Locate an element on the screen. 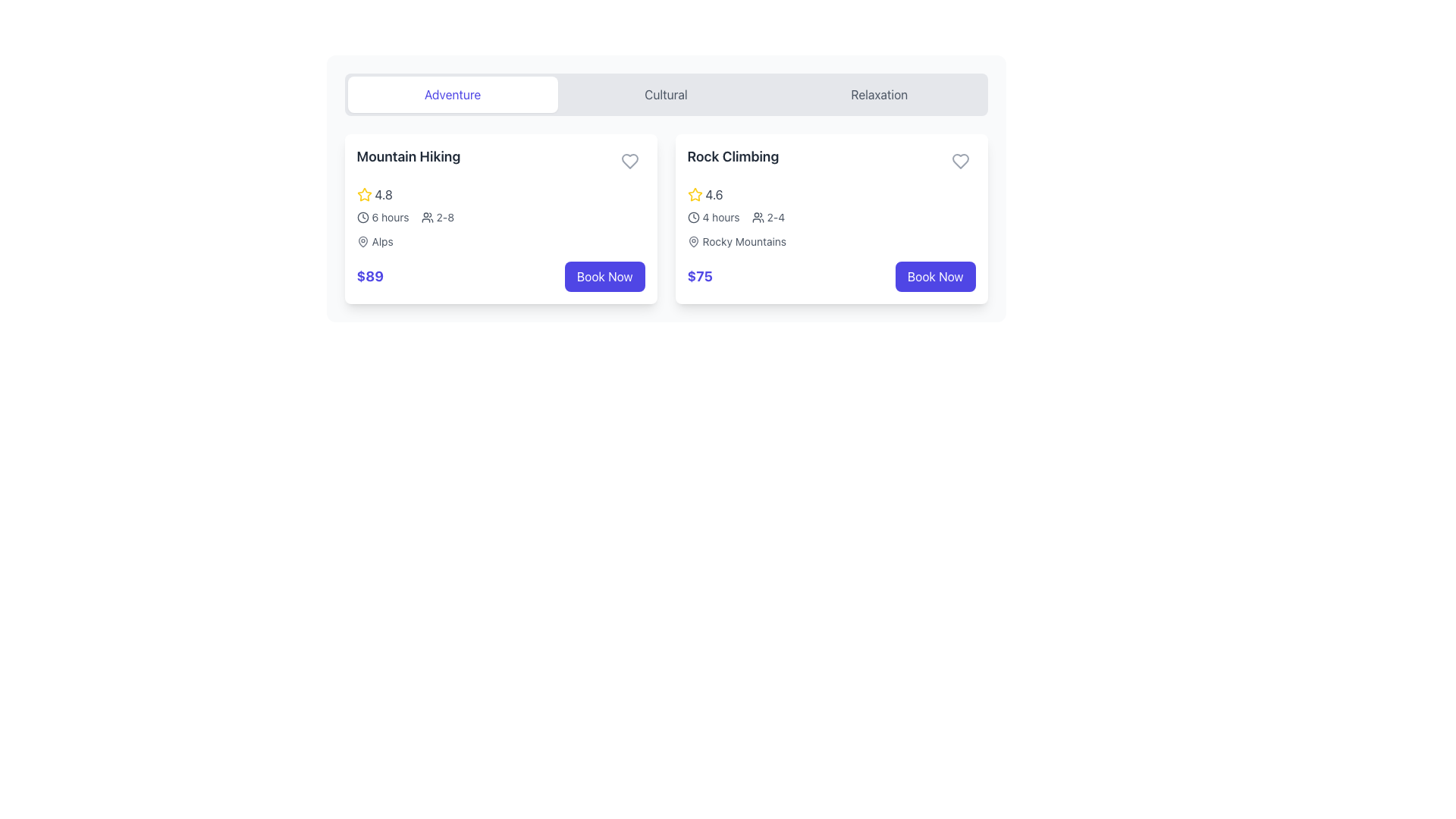  the 'Book Now' button, which is a rectangular button with rounded corners, filled with indigo color and white text, located at the bottom-right corner of the 'Rock Climbing' card is located at coordinates (934, 277).